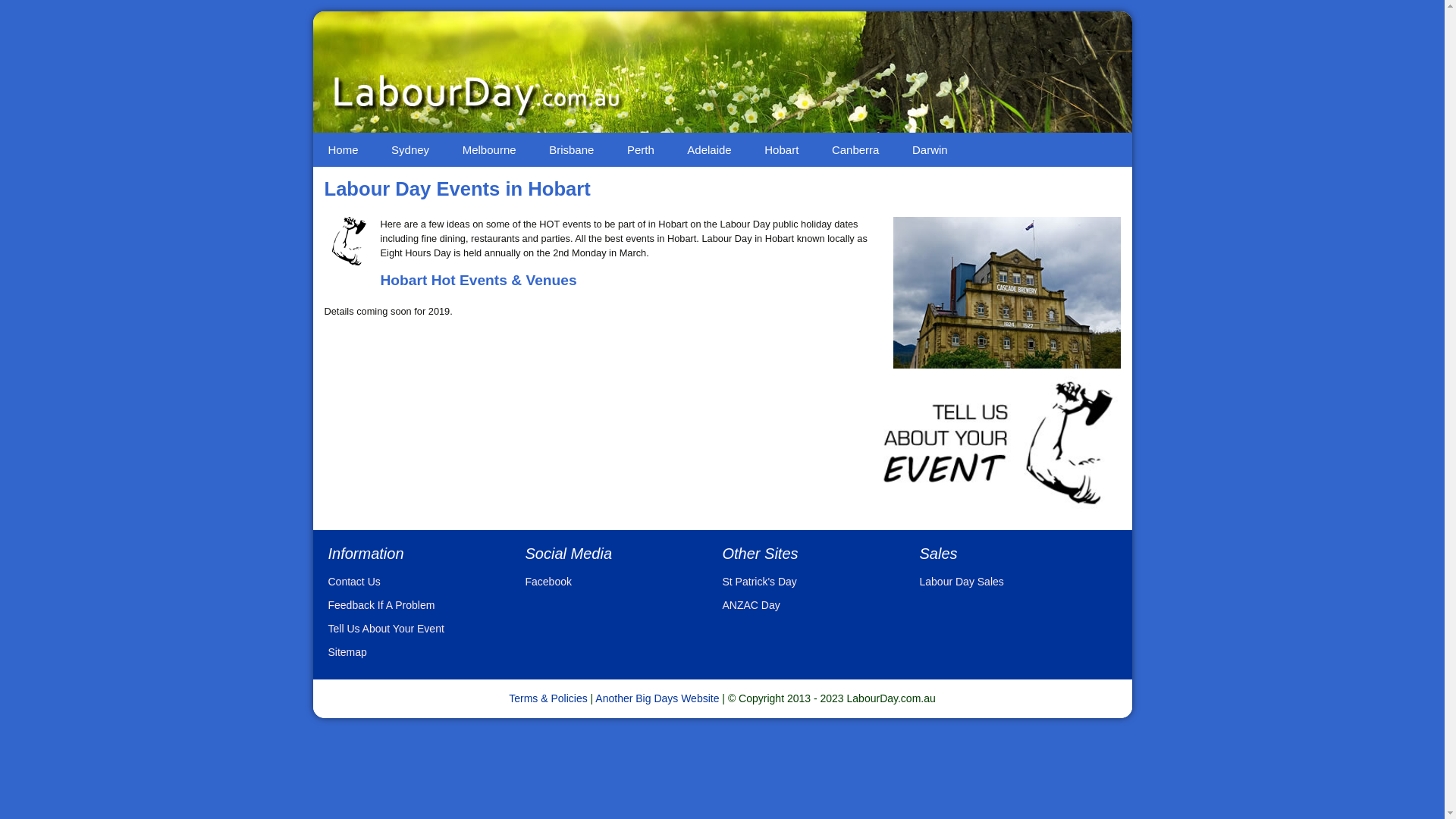  I want to click on 'Facebook', so click(547, 581).